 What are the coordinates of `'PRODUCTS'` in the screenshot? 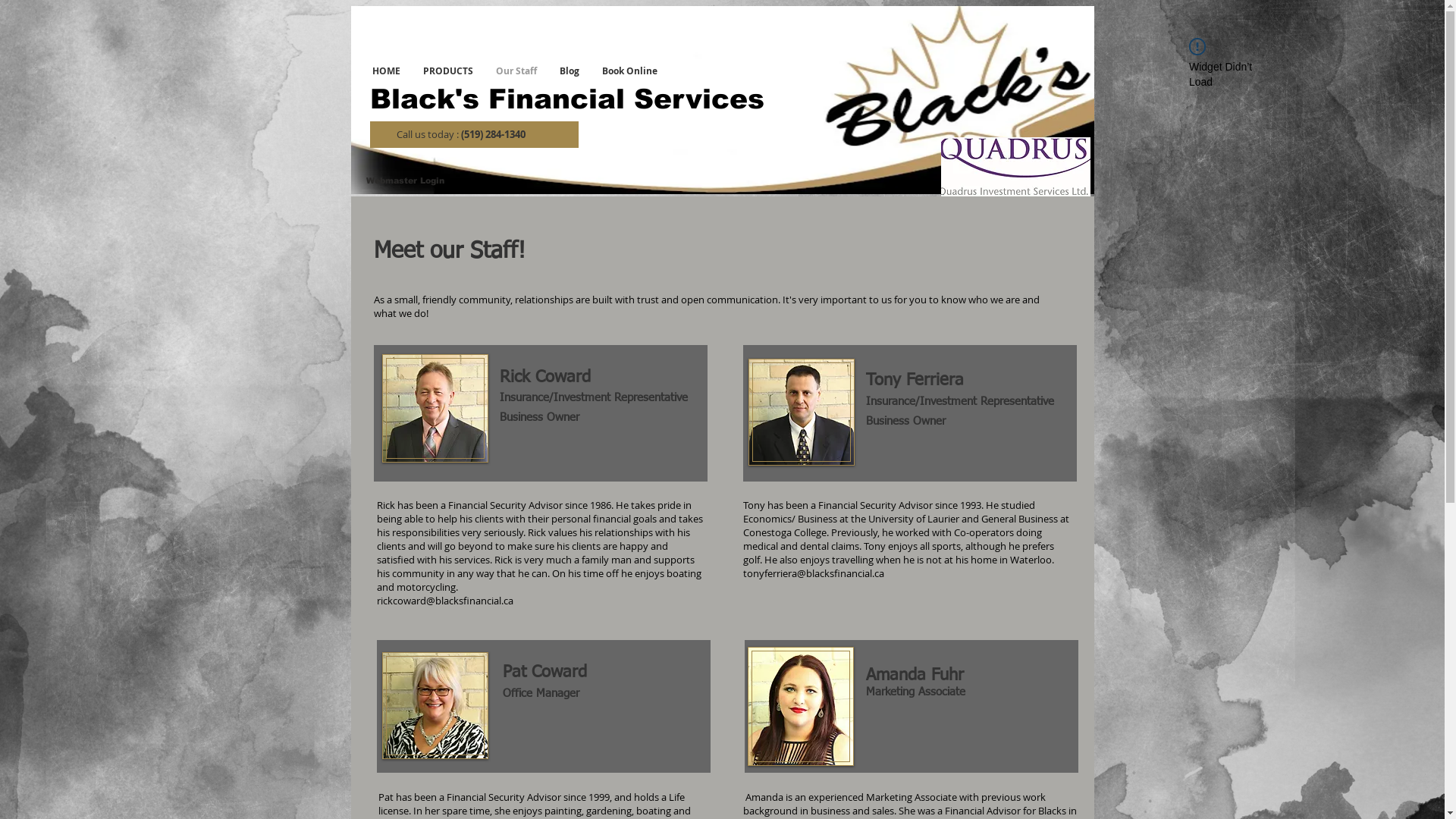 It's located at (411, 71).